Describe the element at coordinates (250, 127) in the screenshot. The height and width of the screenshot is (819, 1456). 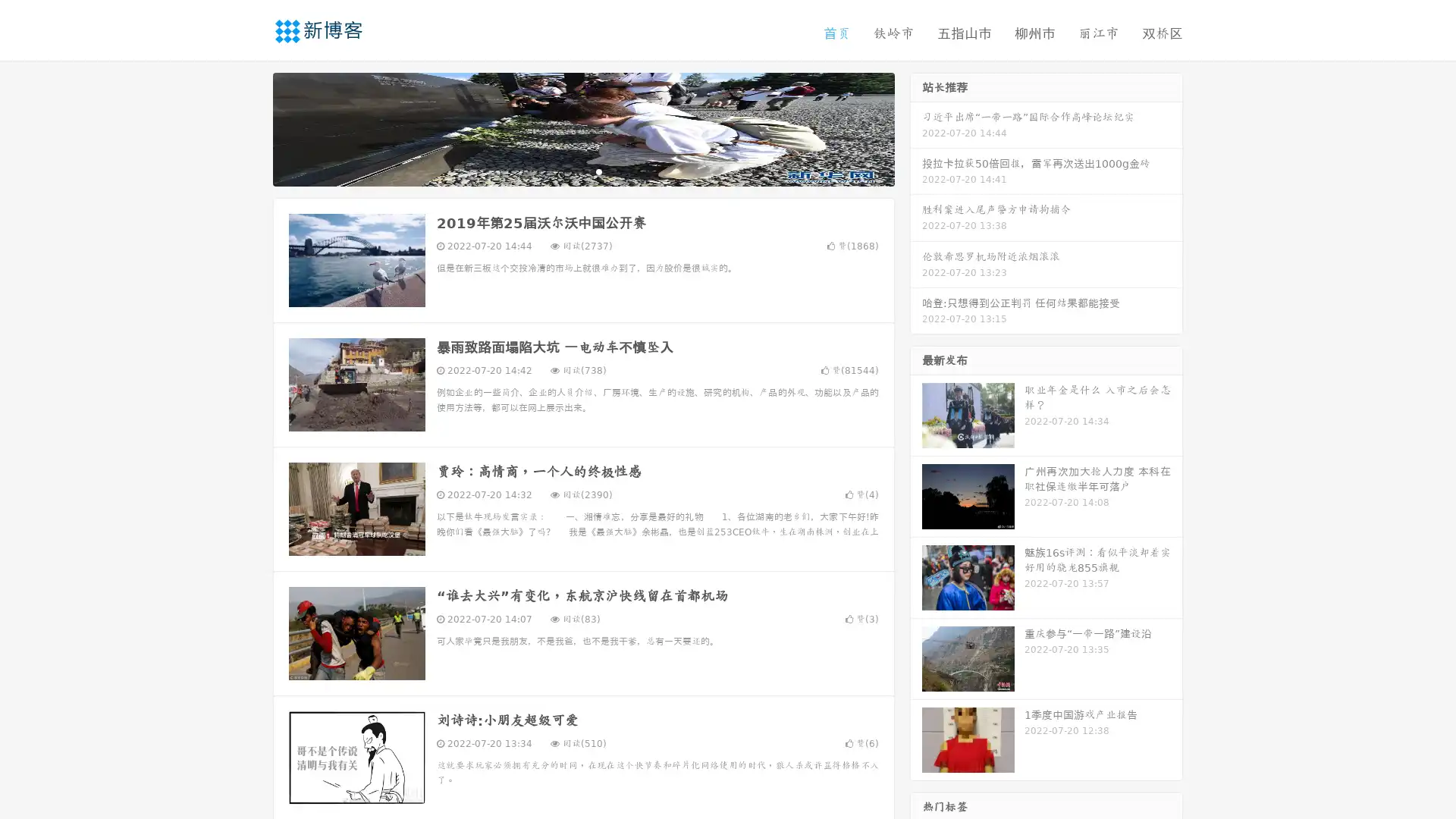
I see `Previous slide` at that location.